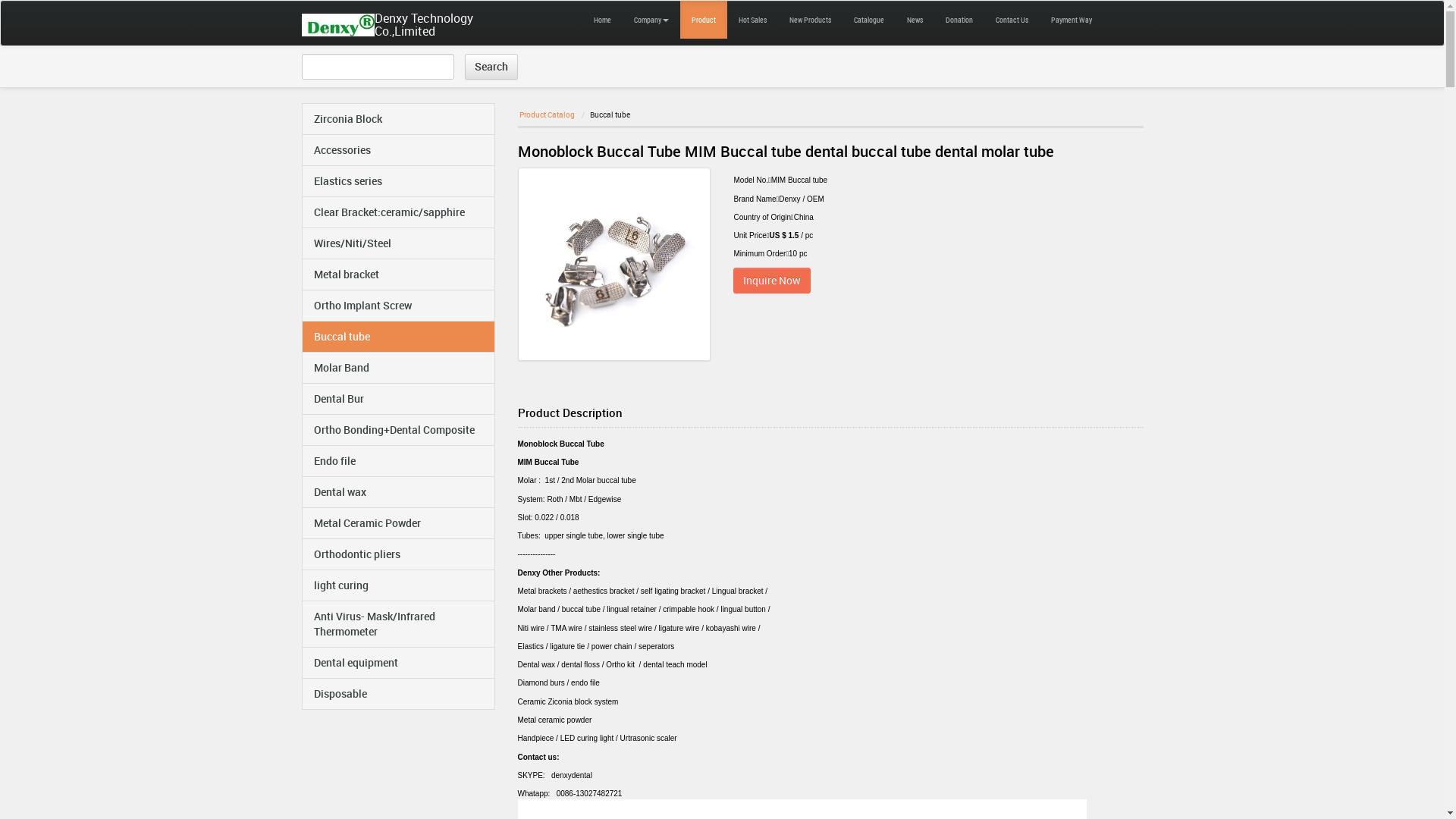 The width and height of the screenshot is (1456, 819). What do you see at coordinates (302, 397) in the screenshot?
I see `'Dental Bur'` at bounding box center [302, 397].